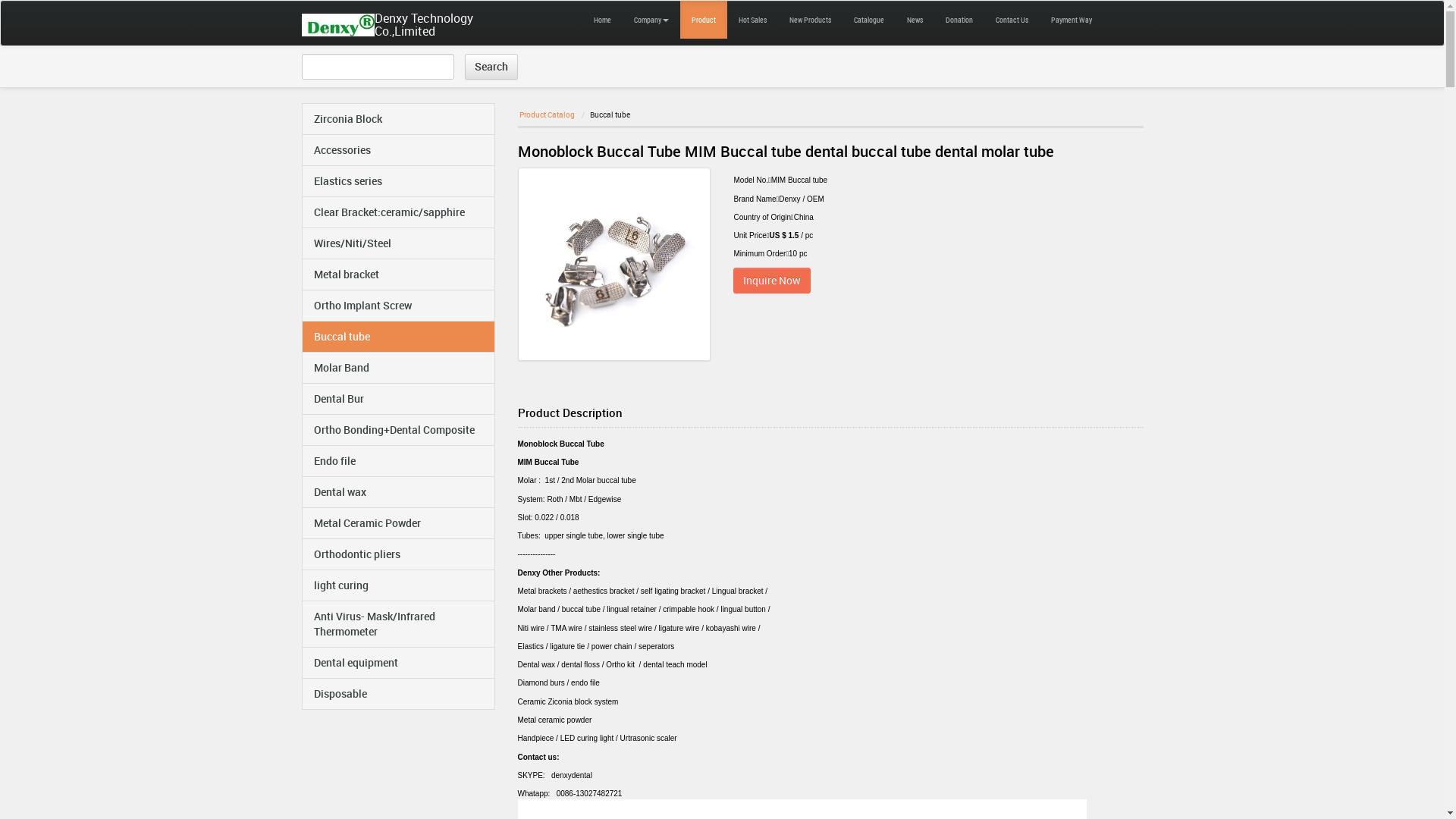 The width and height of the screenshot is (1456, 819). What do you see at coordinates (302, 397) in the screenshot?
I see `'Dental Bur'` at bounding box center [302, 397].